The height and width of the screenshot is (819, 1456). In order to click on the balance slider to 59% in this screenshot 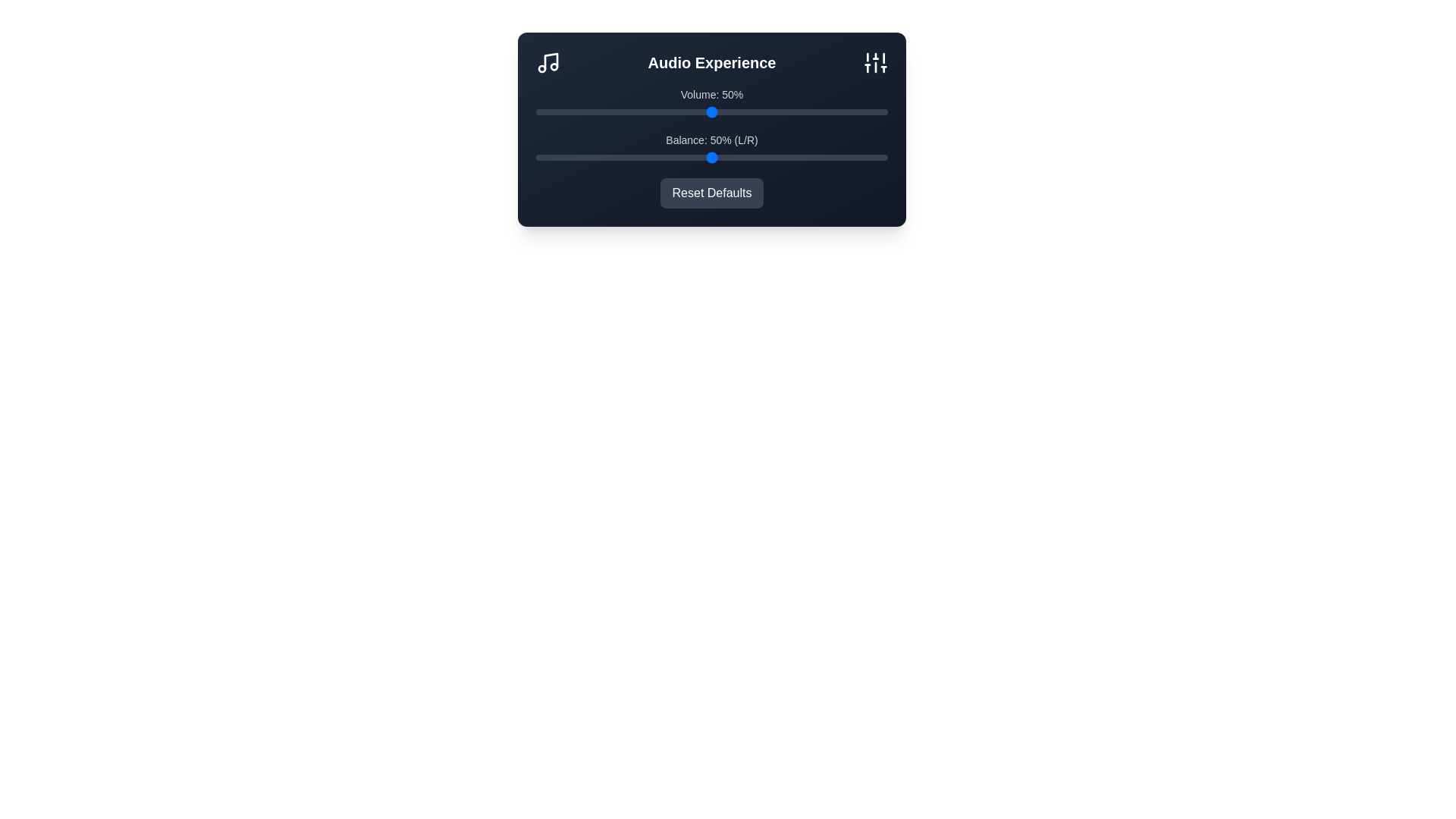, I will do `click(743, 158)`.